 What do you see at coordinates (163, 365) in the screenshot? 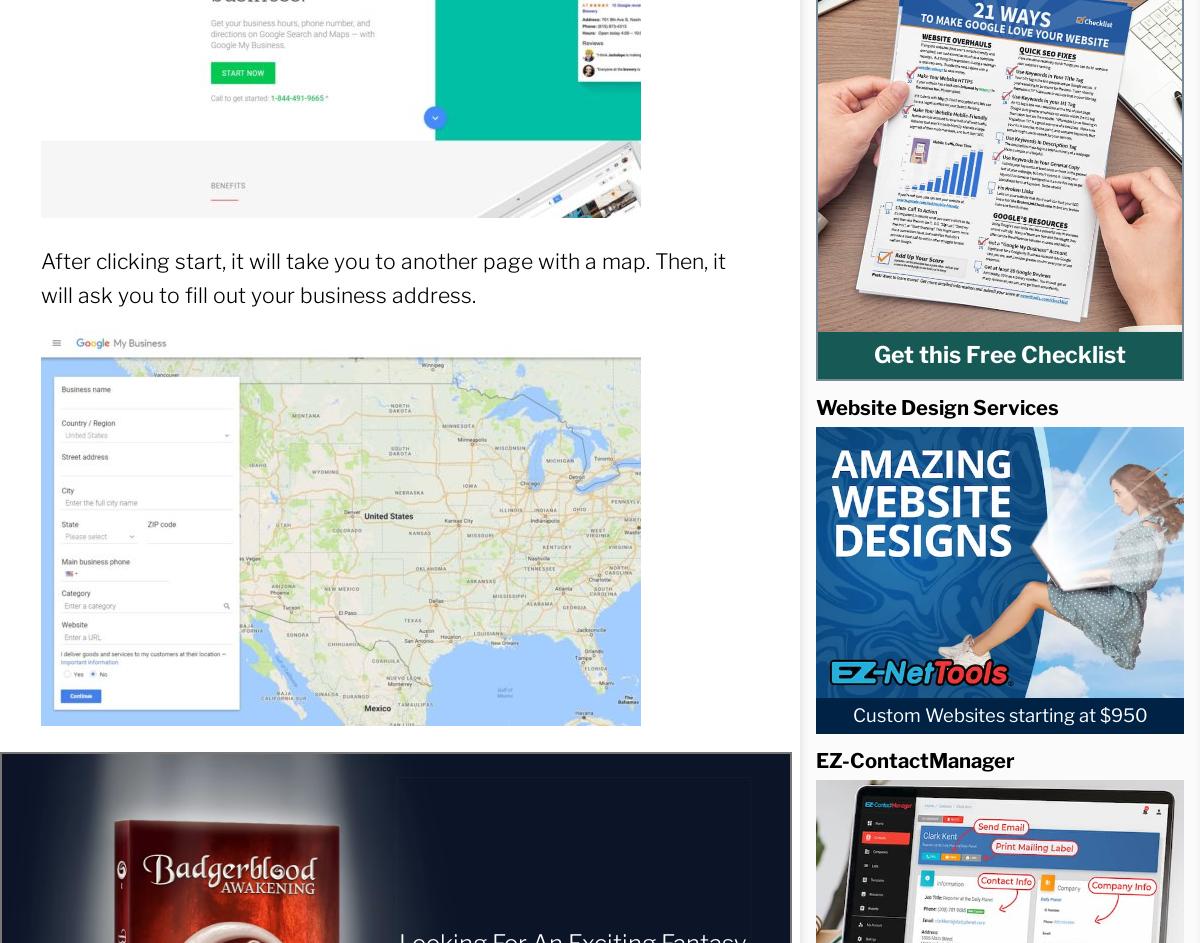
I see `'Webinars'` at bounding box center [163, 365].